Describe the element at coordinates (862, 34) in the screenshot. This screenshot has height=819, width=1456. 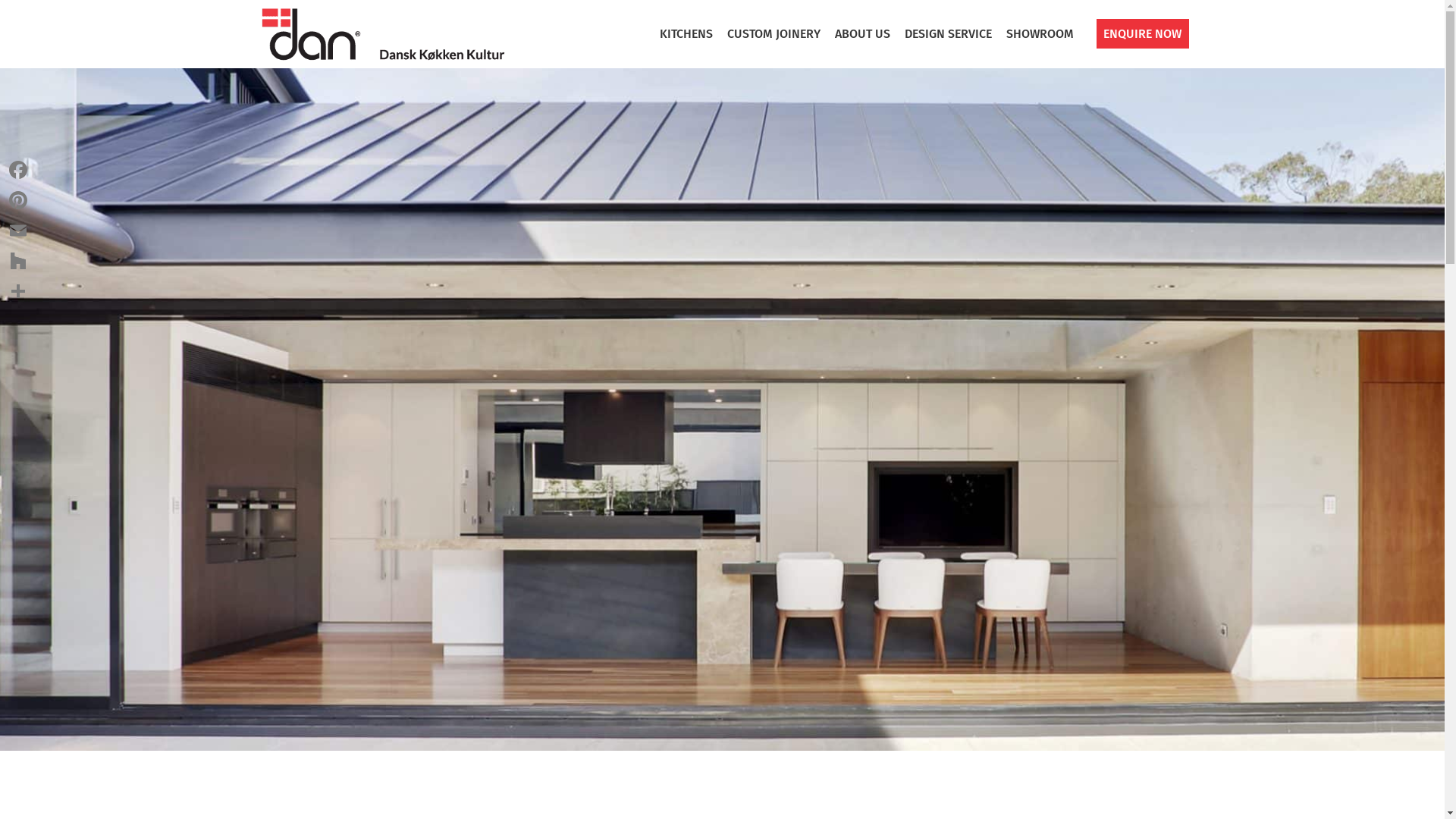
I see `'ABOUT US'` at that location.